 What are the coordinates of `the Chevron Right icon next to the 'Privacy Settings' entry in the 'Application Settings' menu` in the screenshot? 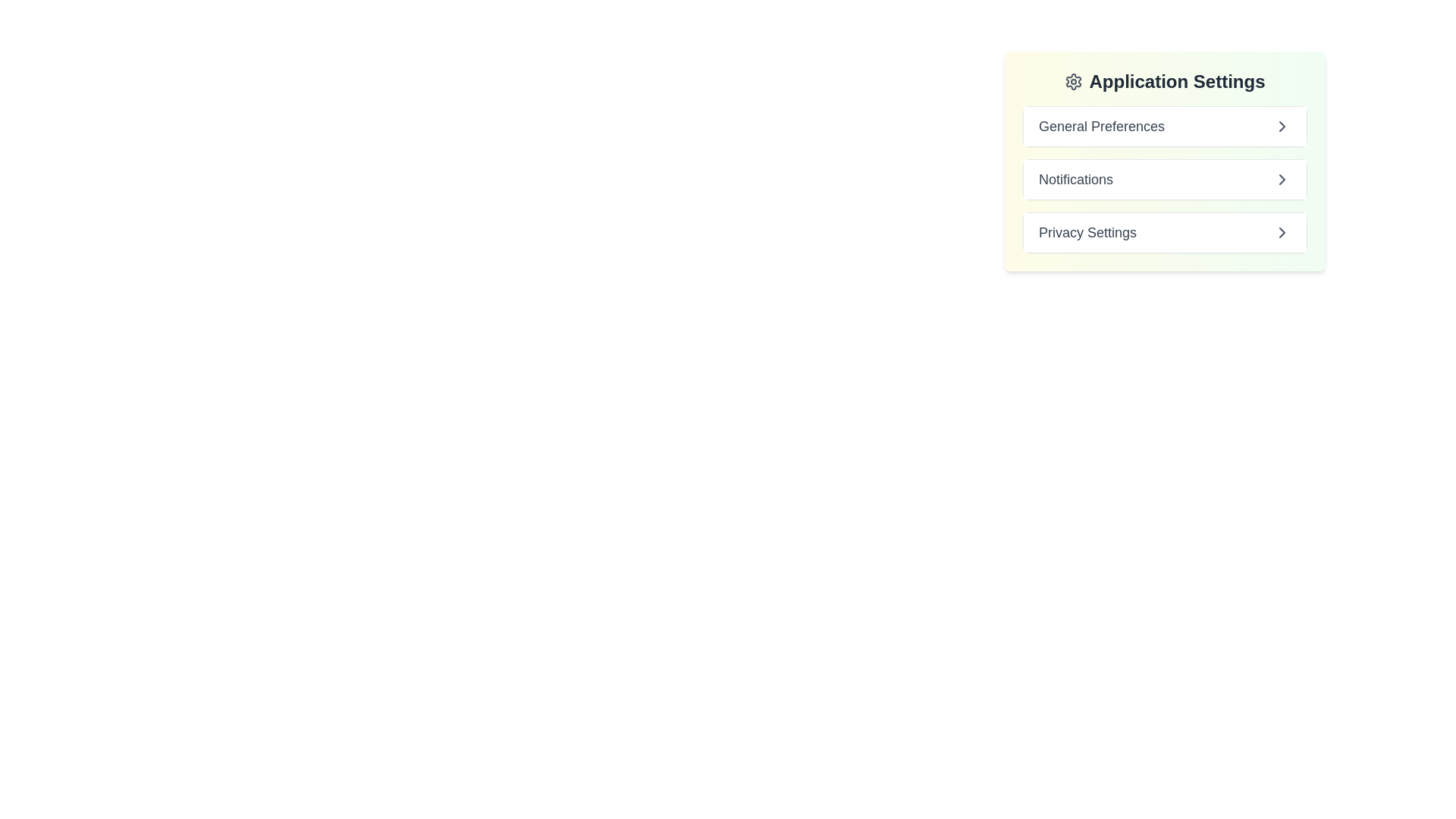 It's located at (1281, 233).